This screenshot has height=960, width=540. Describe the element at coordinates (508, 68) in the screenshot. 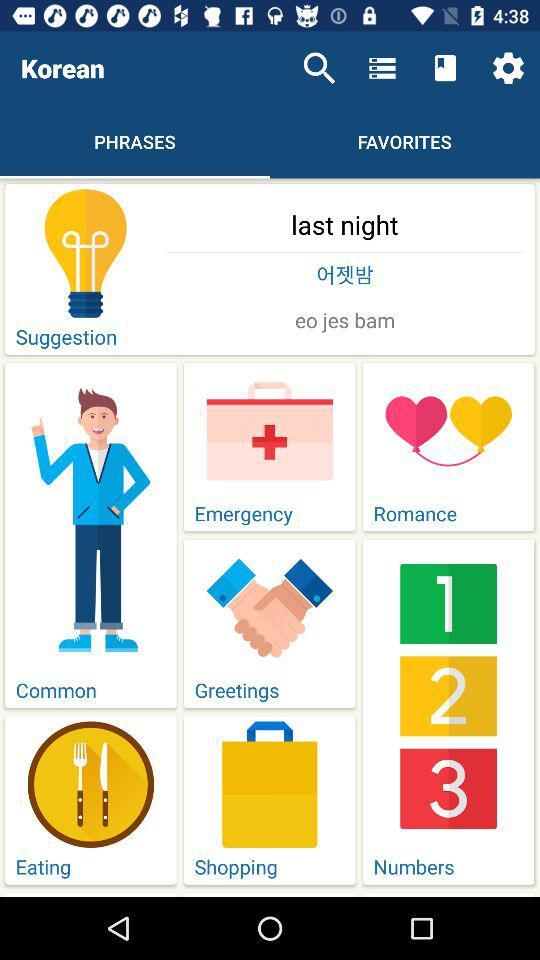

I see `the item above last night item` at that location.